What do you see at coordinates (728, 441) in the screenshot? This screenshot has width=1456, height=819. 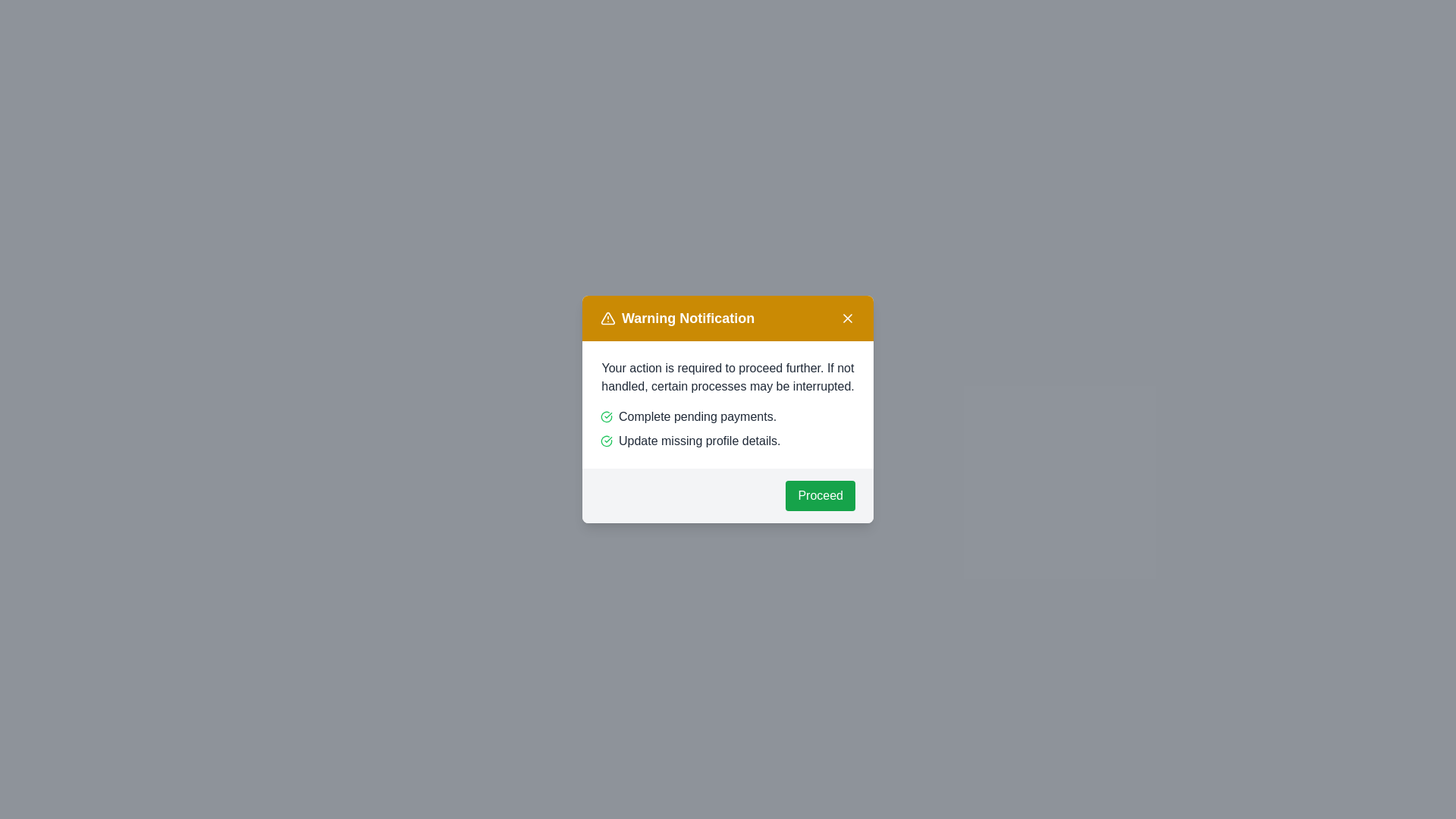 I see `the text 'Update missing profile details.' with the green checkmark icon, which is the second item in the Warning Notification dialog` at bounding box center [728, 441].